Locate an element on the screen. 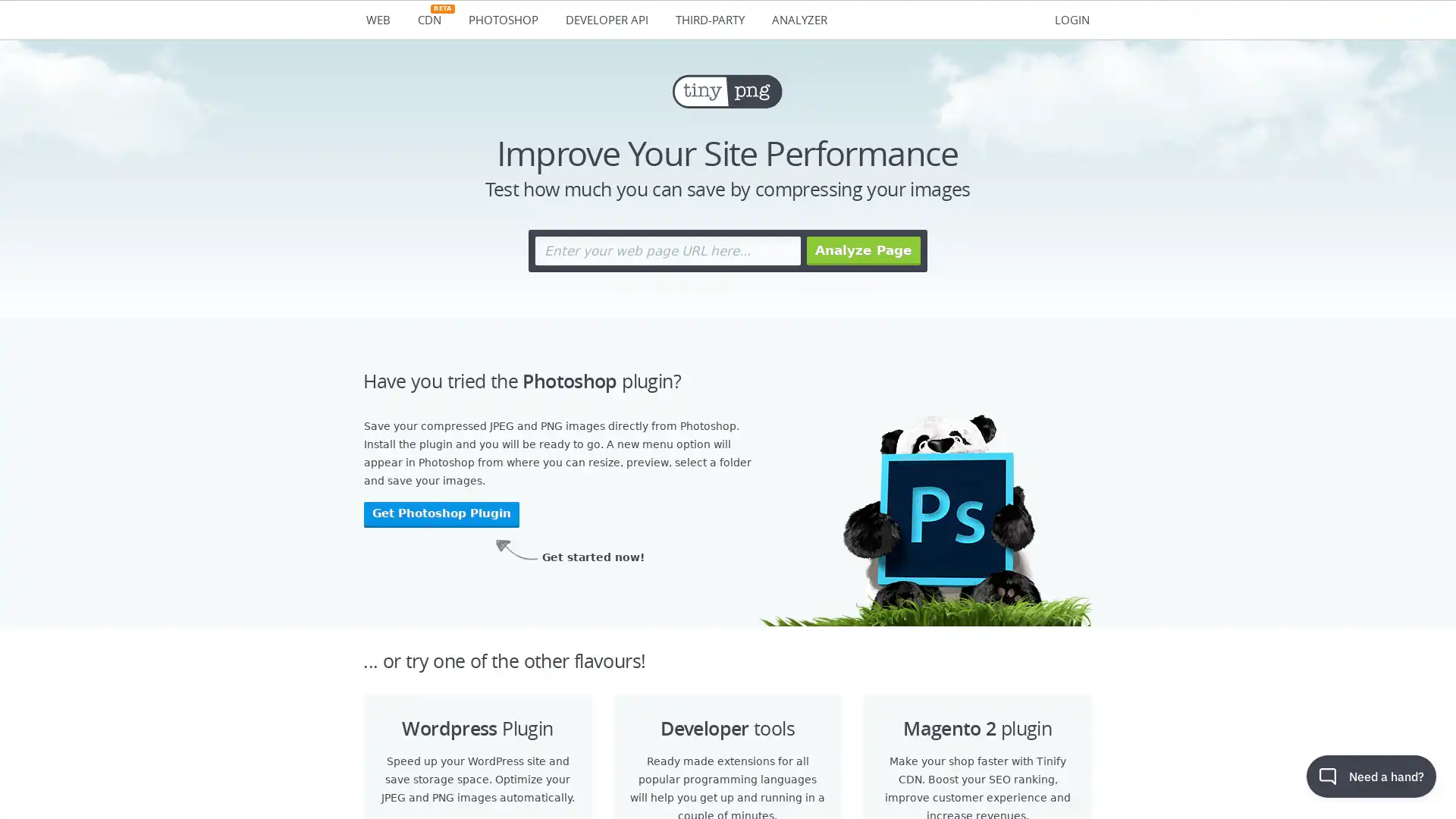 The width and height of the screenshot is (1456, 819). Analyze Page is located at coordinates (863, 250).